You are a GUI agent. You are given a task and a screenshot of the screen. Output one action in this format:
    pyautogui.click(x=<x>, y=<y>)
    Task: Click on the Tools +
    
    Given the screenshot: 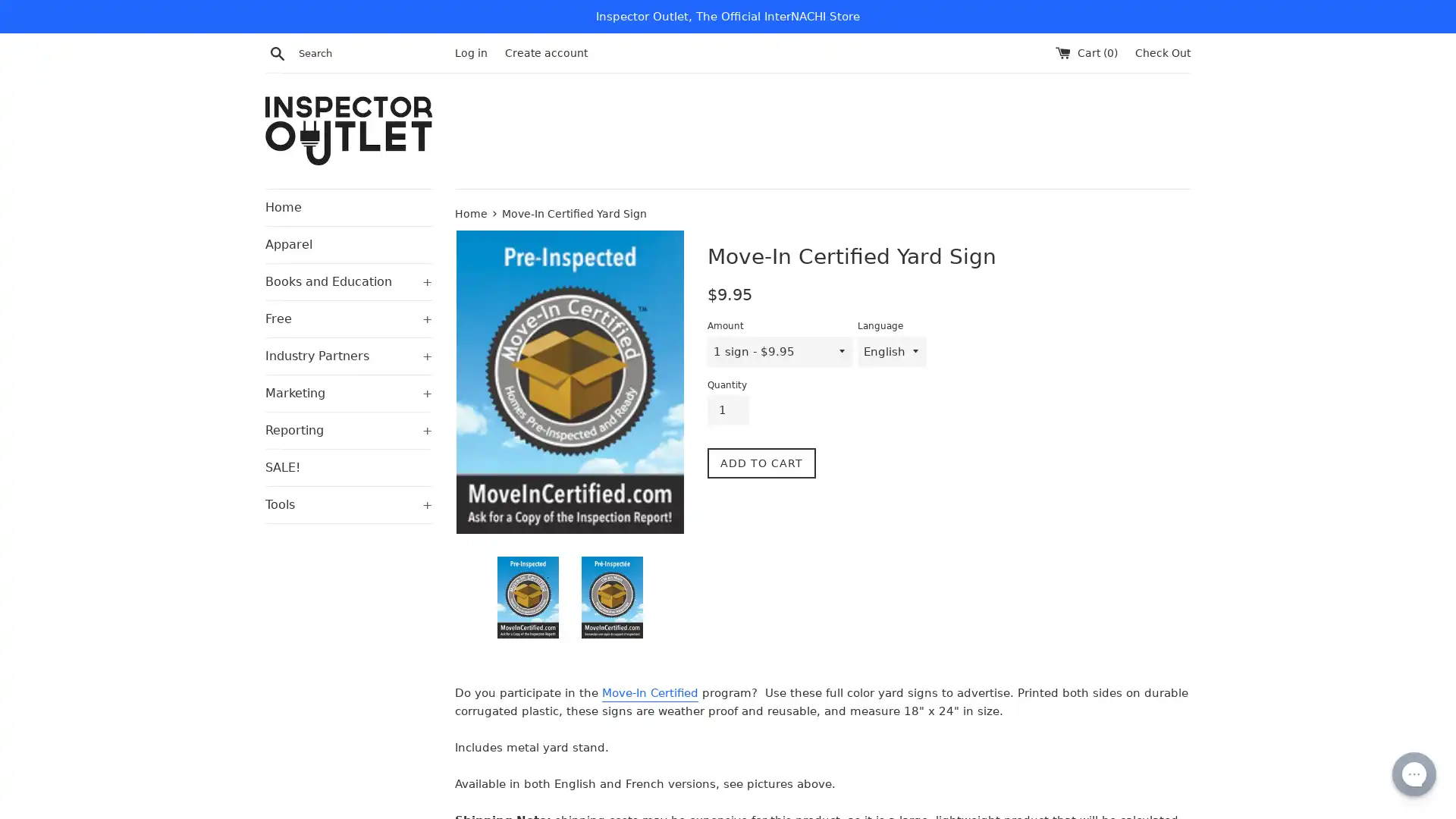 What is the action you would take?
    pyautogui.click(x=348, y=504)
    